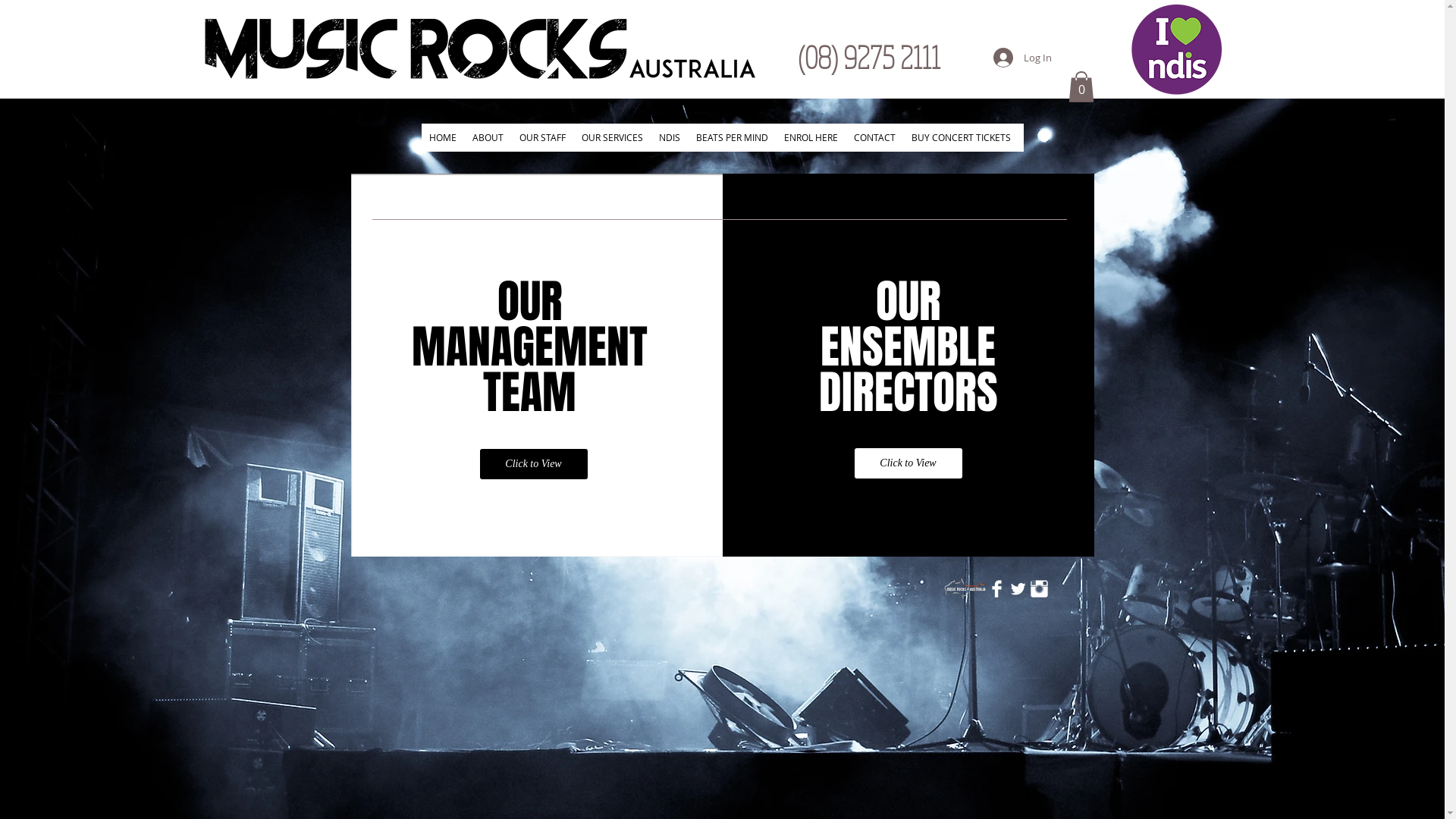 The height and width of the screenshot is (819, 1456). I want to click on 'Log In', so click(1022, 57).